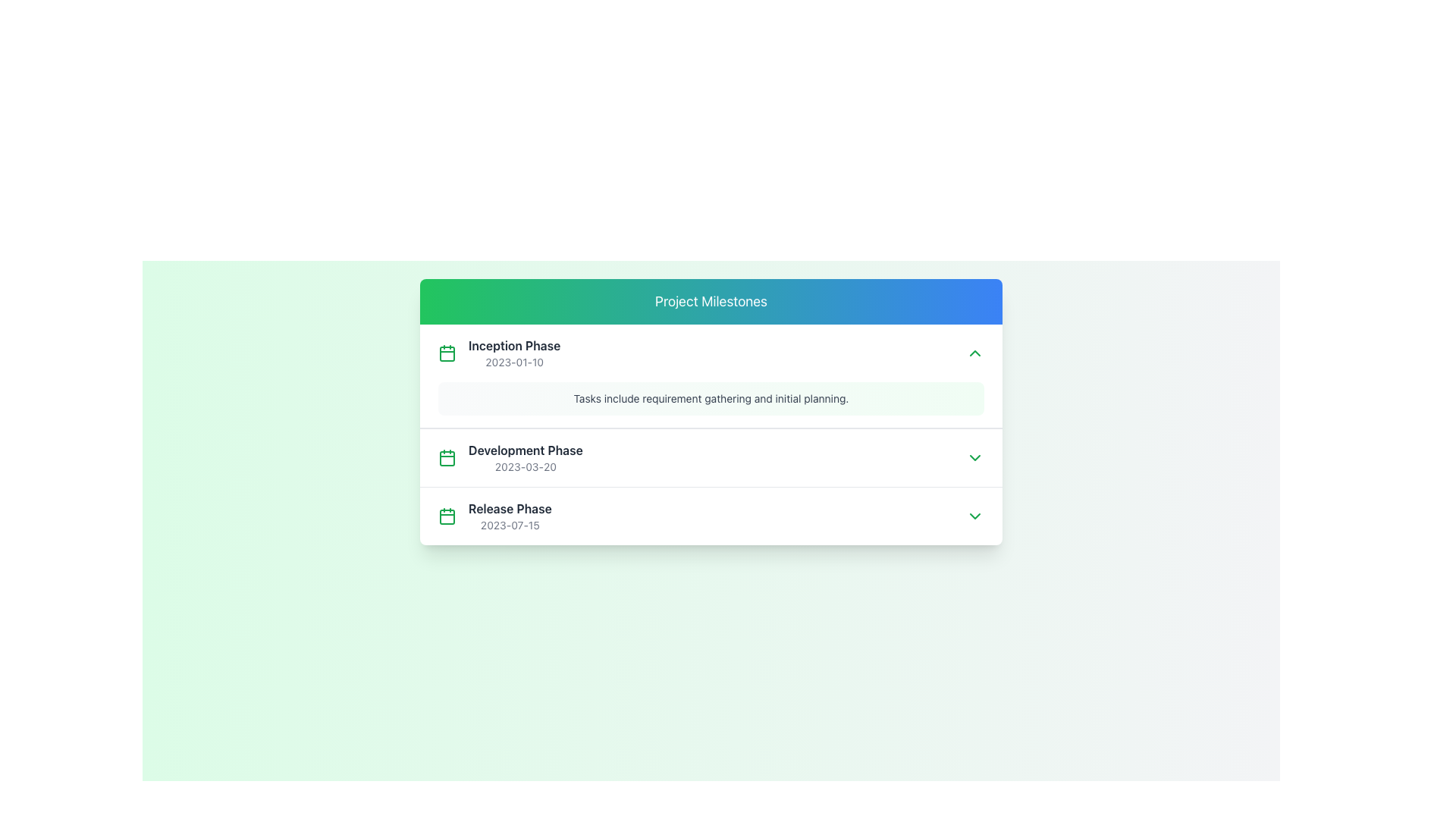 The image size is (1456, 819). Describe the element at coordinates (526, 457) in the screenshot. I see `displayed text and date from the second Text Display Block in the project timeline, which is positioned centrally between the 'Inception Phase' and 'Release Phase'` at that location.